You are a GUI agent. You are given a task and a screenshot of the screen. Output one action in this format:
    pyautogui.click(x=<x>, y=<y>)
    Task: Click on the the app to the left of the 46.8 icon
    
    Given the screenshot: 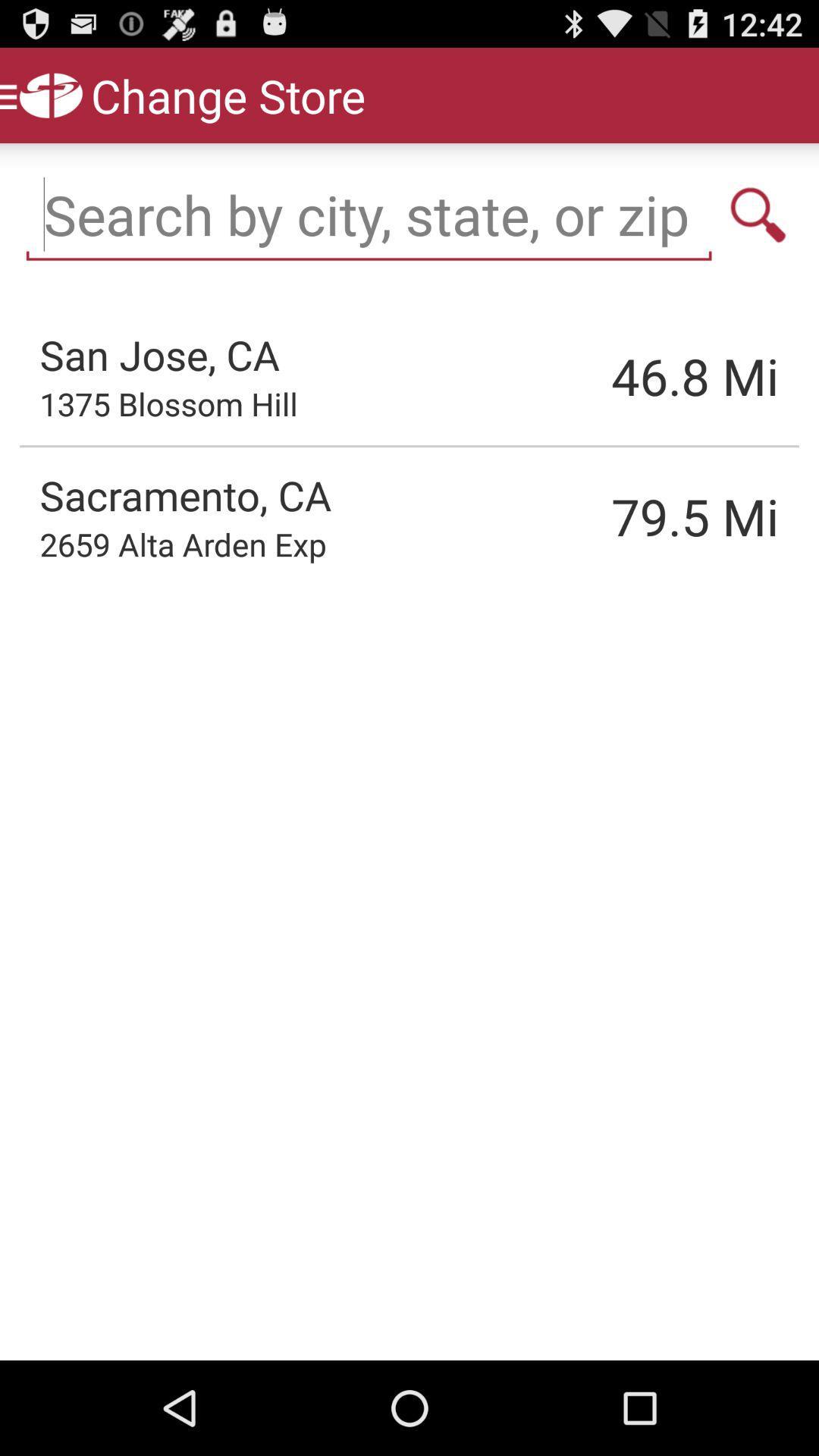 What is the action you would take?
    pyautogui.click(x=168, y=403)
    